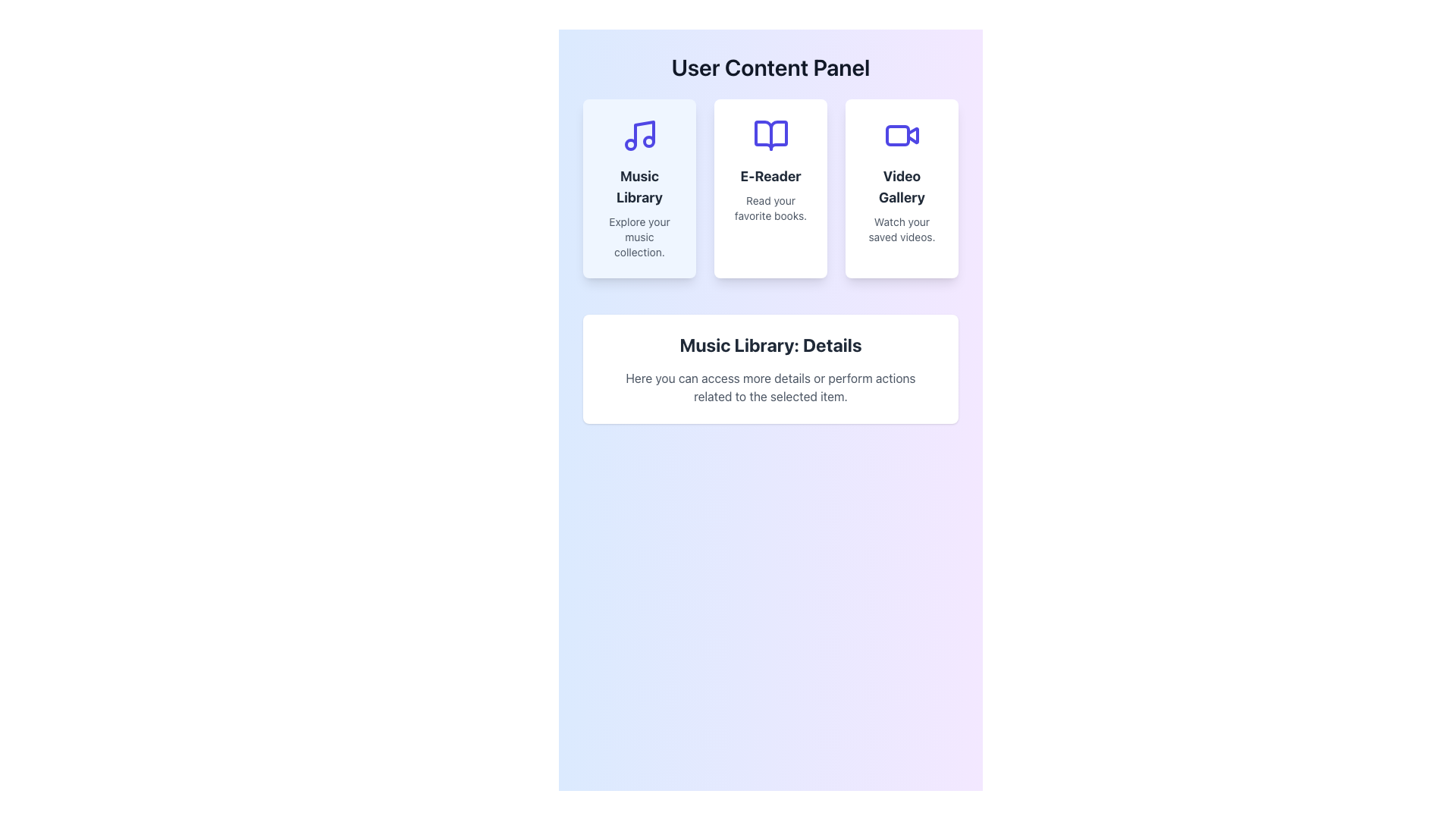  I want to click on the Text label located at the bottom-center of the 'Video Gallery' card, which provides a description about saved videos, so click(902, 230).